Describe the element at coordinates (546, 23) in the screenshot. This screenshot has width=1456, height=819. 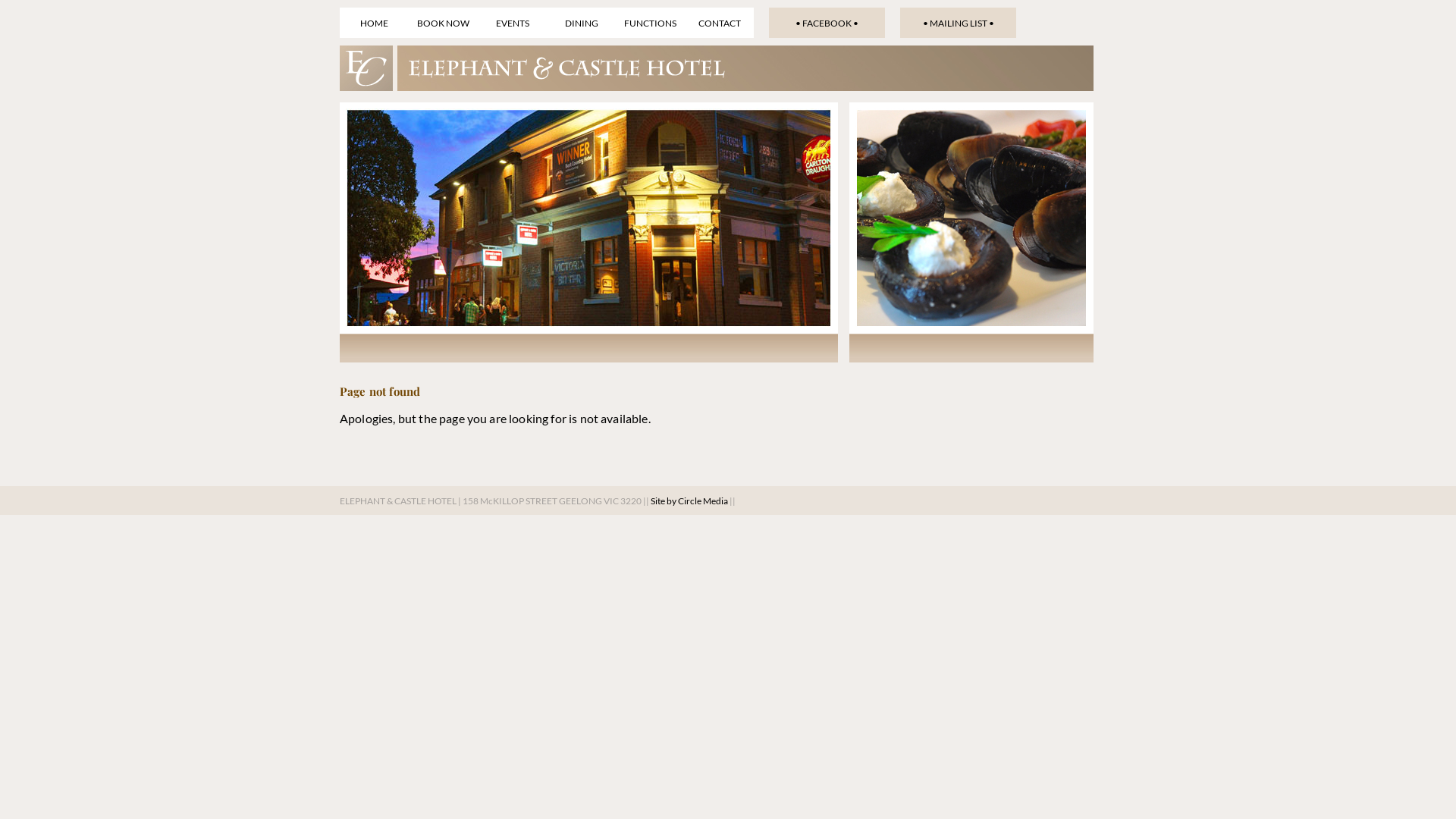
I see `'DINING'` at that location.